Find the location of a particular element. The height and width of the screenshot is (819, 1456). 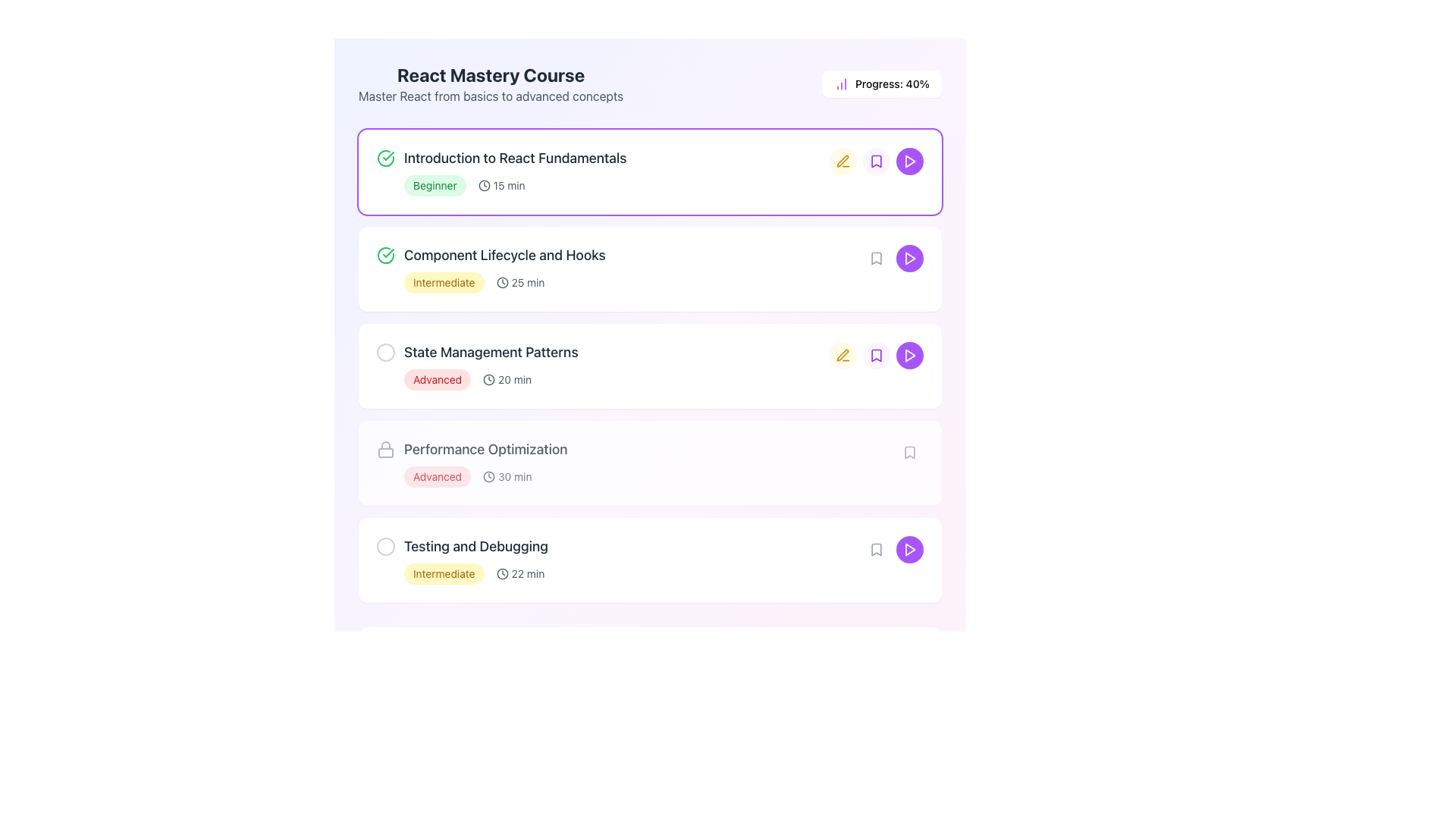

text label 'State Management Patterns' that is styled in bold sans-serif font and positioned within the third item of a vertical list of course modules, to the right of a circular marker is located at coordinates (491, 353).